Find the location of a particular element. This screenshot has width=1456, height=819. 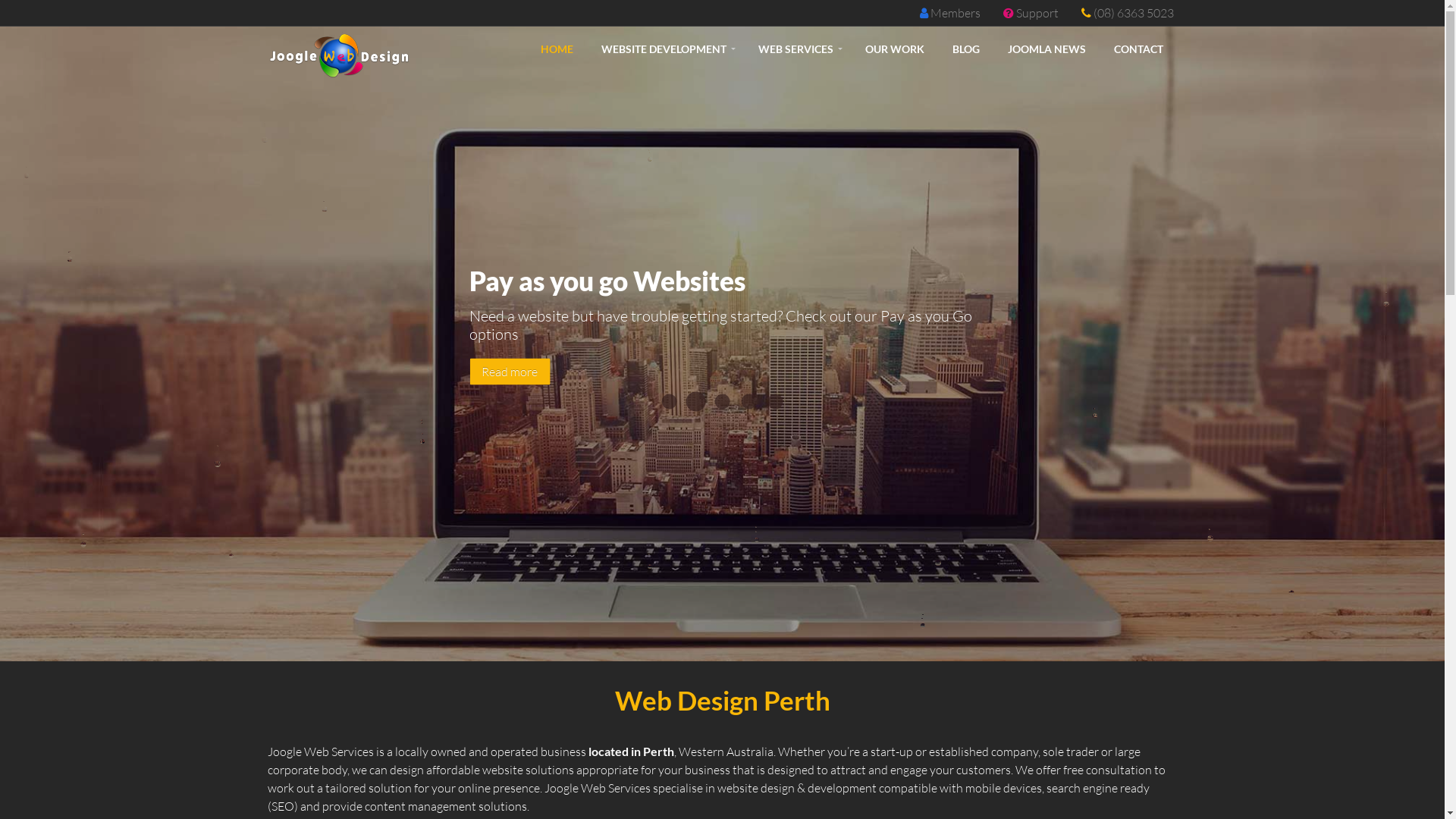

'WEBSITE DEVELOPMENT' is located at coordinates (665, 49).